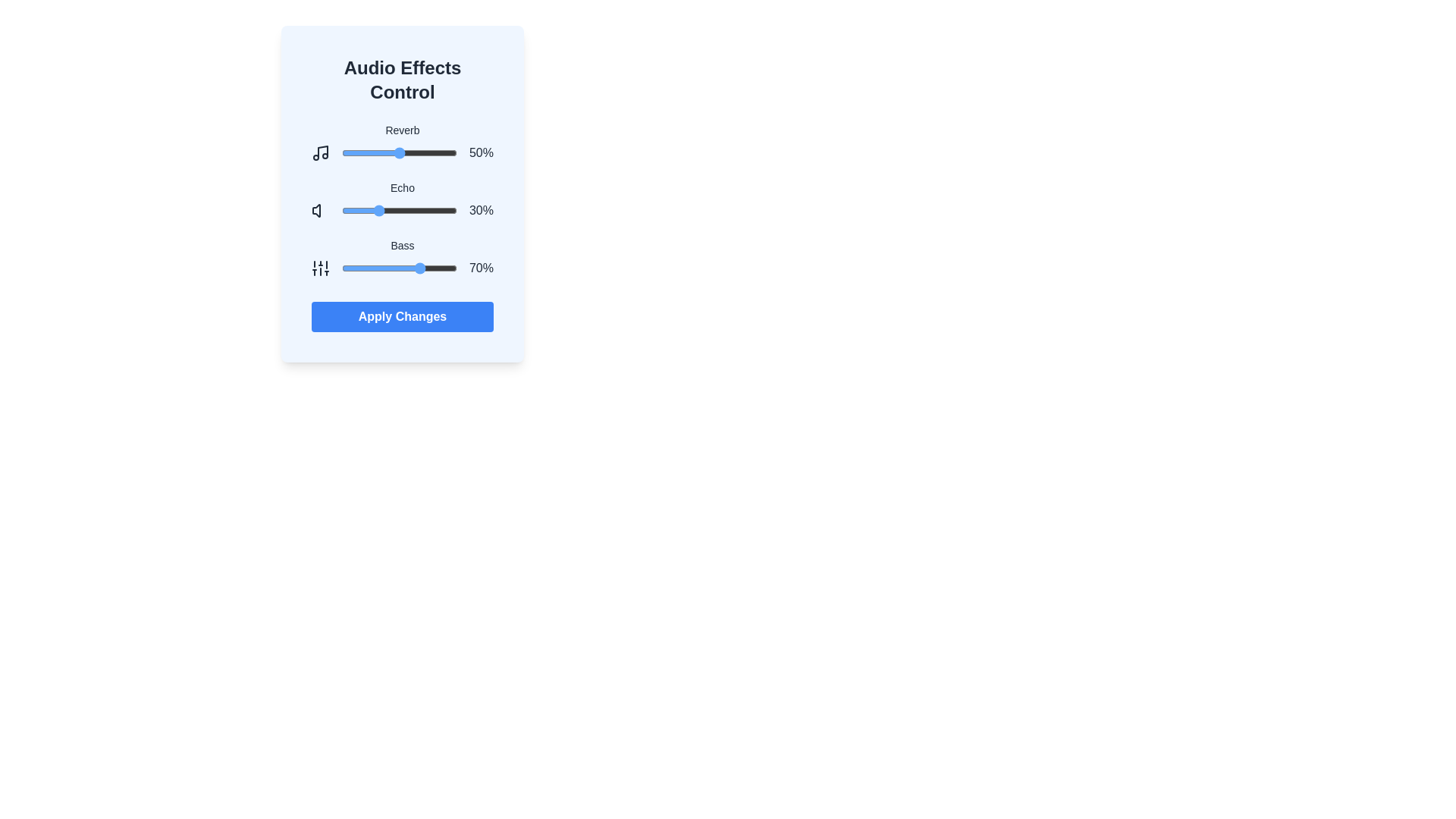  Describe the element at coordinates (350, 152) in the screenshot. I see `the reverb level` at that location.